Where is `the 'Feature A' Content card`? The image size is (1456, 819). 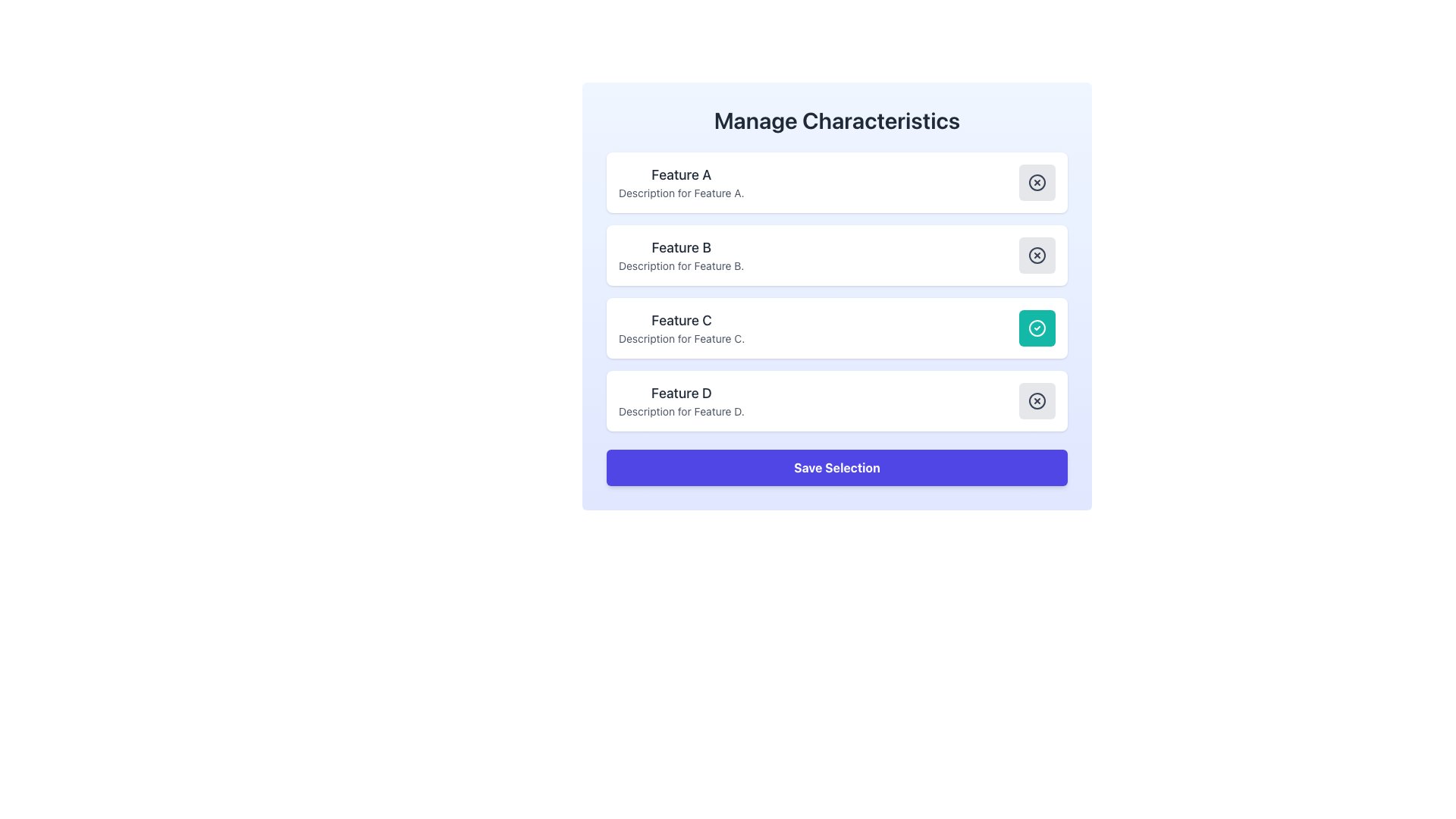 the 'Feature A' Content card is located at coordinates (836, 181).